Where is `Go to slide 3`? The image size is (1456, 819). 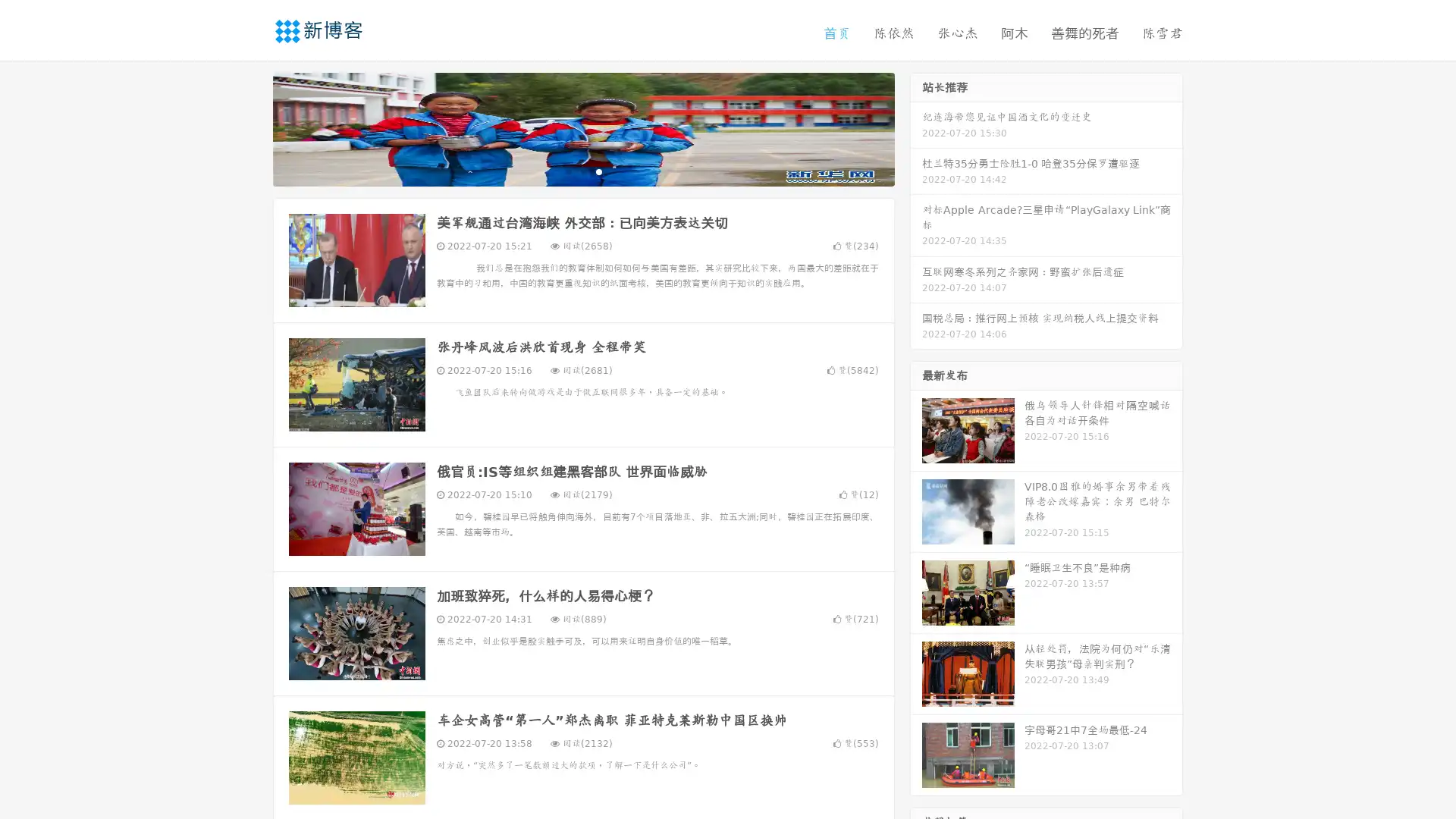 Go to slide 3 is located at coordinates (598, 171).